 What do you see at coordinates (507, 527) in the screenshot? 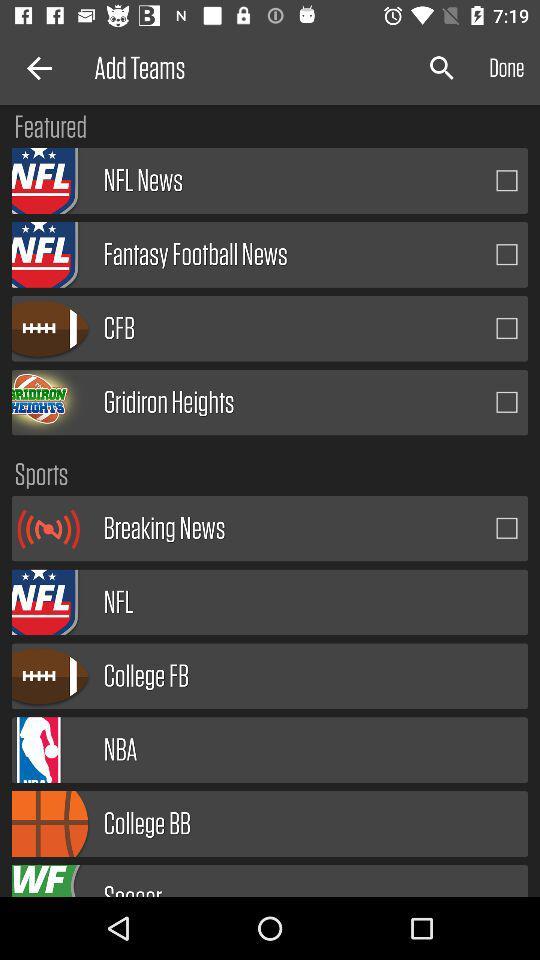
I see `checking this box will bring me breaking sports news alerts` at bounding box center [507, 527].